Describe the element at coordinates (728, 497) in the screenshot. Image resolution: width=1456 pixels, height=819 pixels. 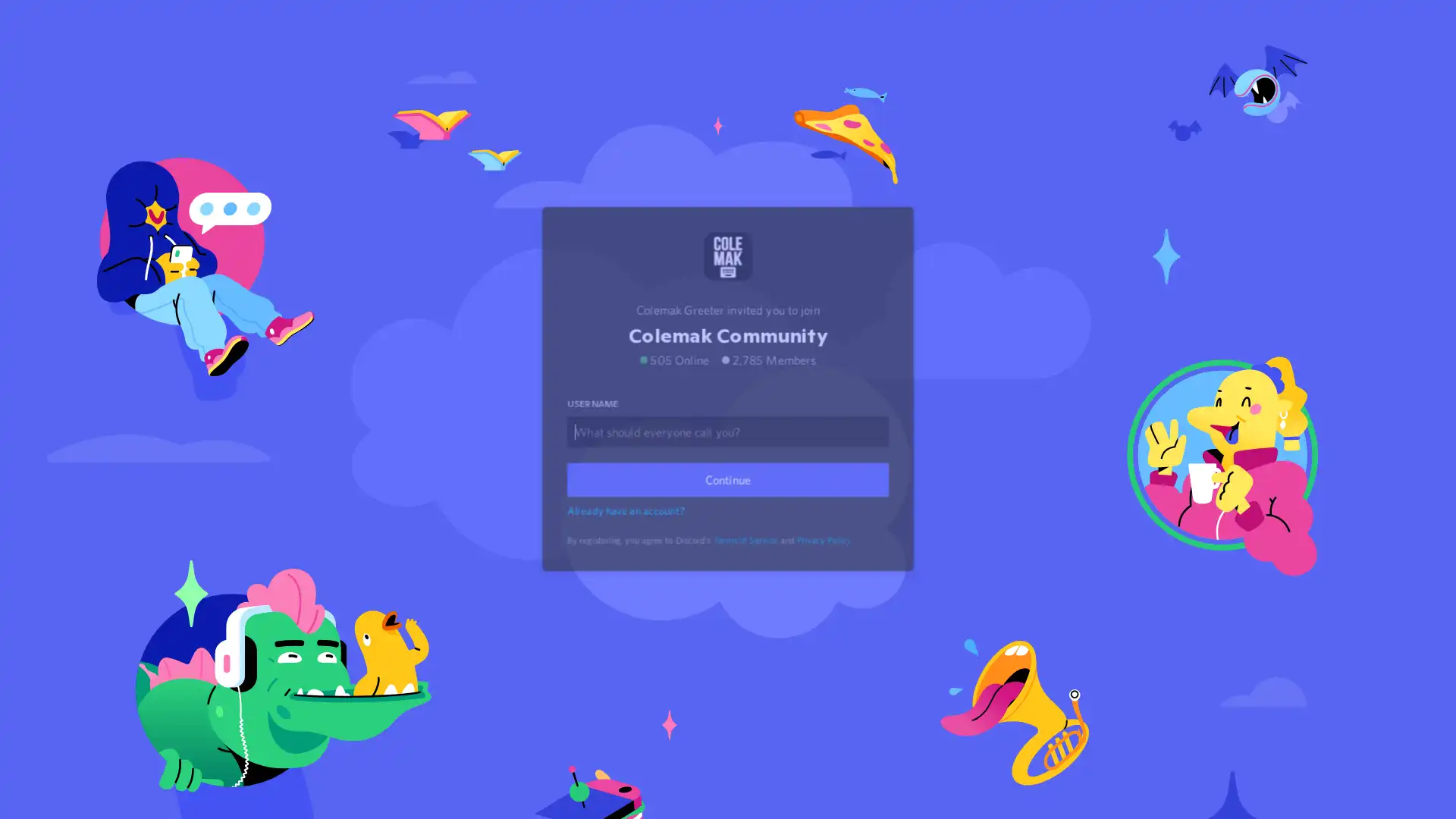
I see `Continue` at that location.